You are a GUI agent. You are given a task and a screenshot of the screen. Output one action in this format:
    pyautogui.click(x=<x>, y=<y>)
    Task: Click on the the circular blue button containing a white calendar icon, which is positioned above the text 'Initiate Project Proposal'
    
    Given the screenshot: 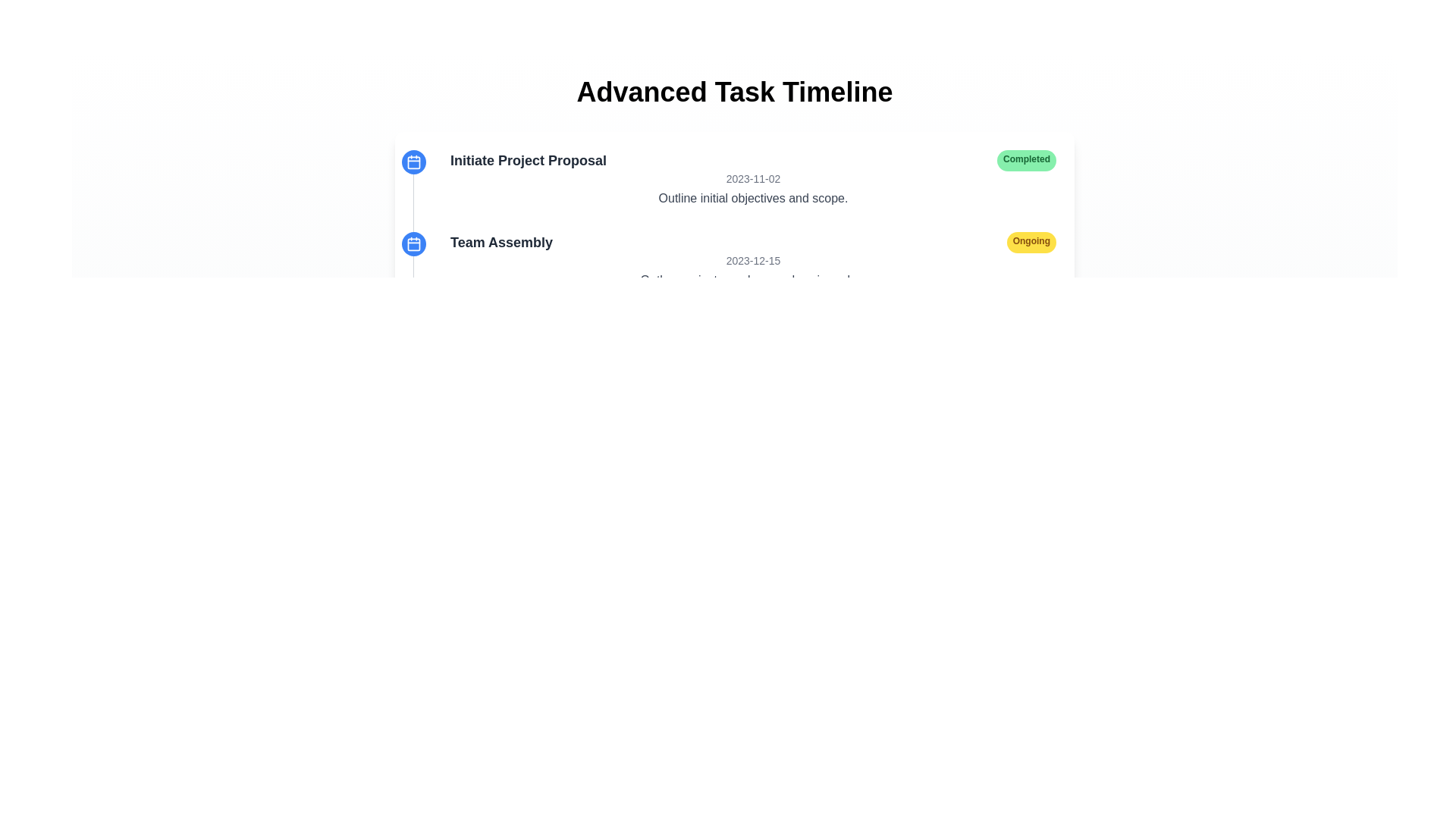 What is the action you would take?
    pyautogui.click(x=414, y=162)
    